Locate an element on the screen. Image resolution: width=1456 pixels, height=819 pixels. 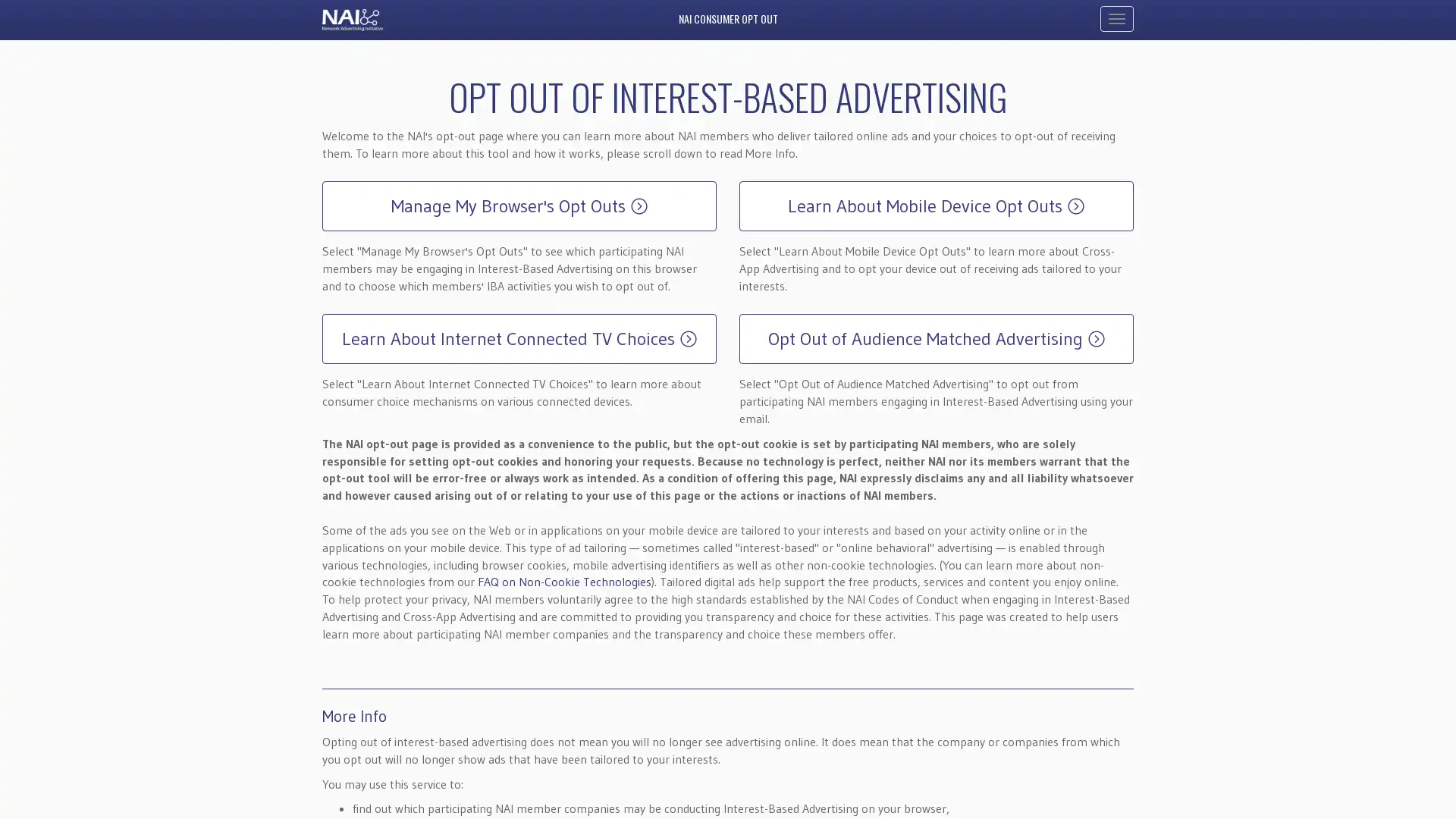
Toggle navigation is located at coordinates (1117, 18).